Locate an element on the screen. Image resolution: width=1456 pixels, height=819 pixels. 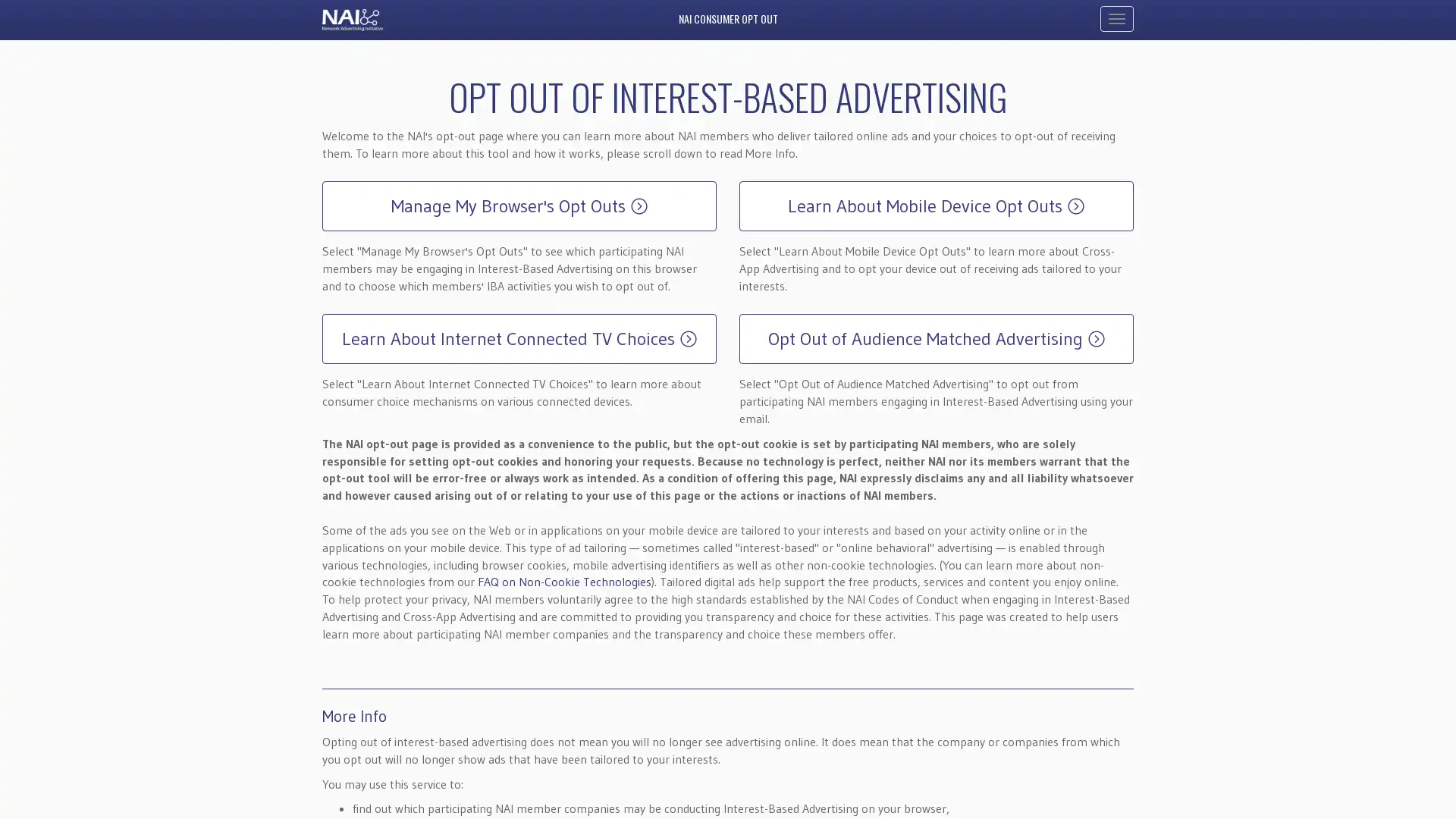
Toggle navigation is located at coordinates (1117, 18).